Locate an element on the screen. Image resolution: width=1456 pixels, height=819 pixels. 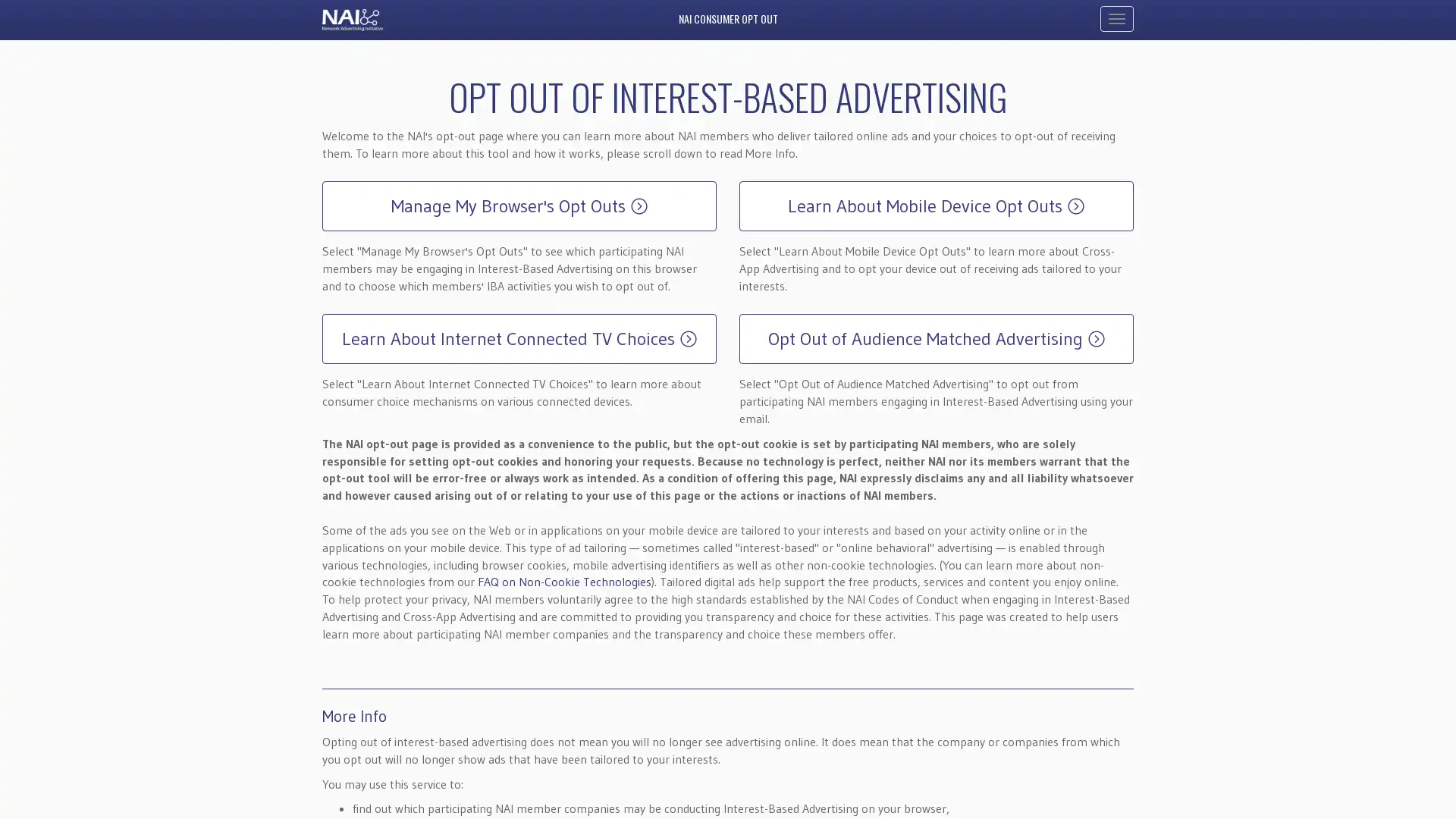
Toggle navigation is located at coordinates (1117, 18).